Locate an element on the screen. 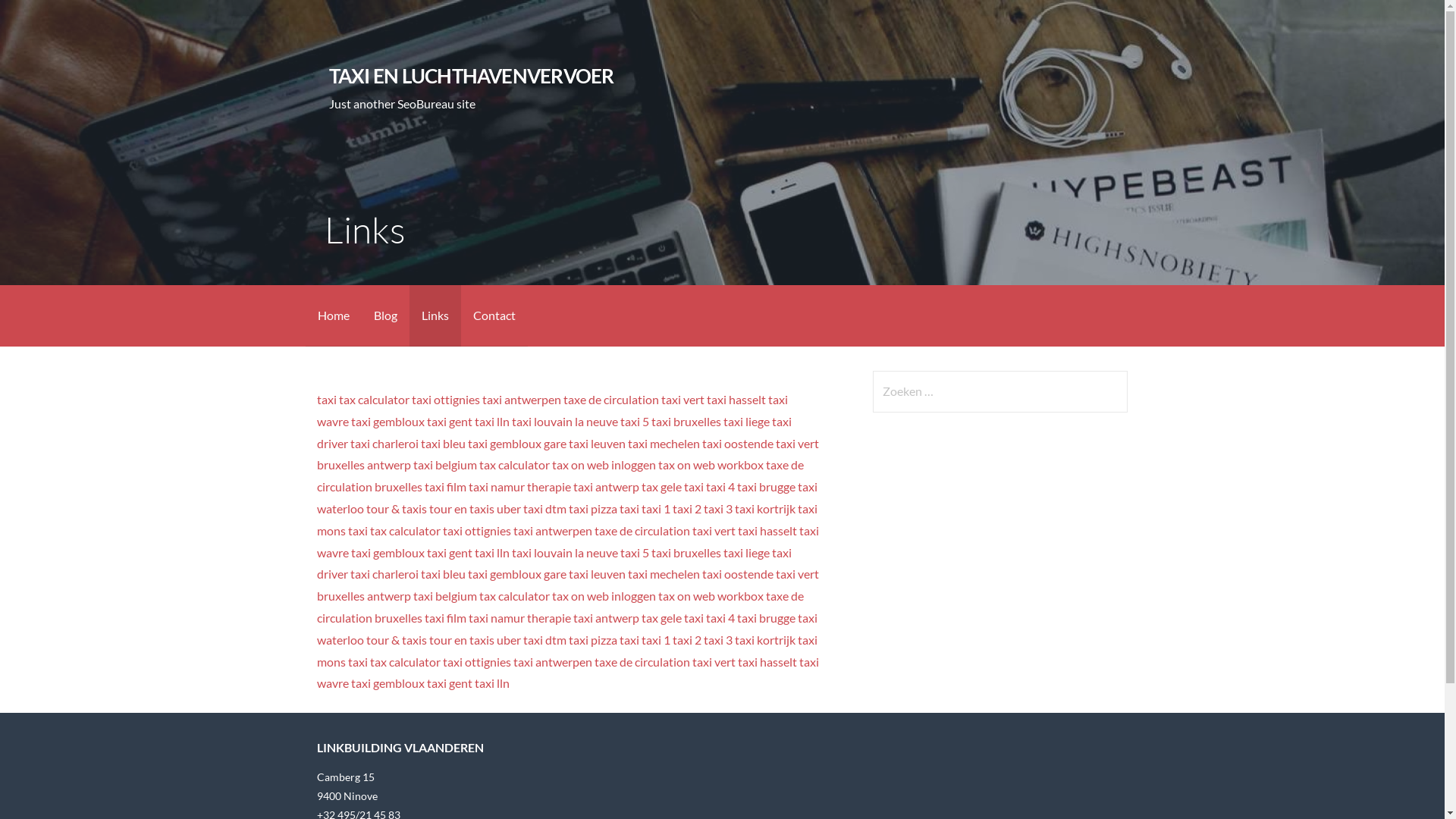 This screenshot has height=819, width=1456. 'taxi 3' is located at coordinates (717, 639).